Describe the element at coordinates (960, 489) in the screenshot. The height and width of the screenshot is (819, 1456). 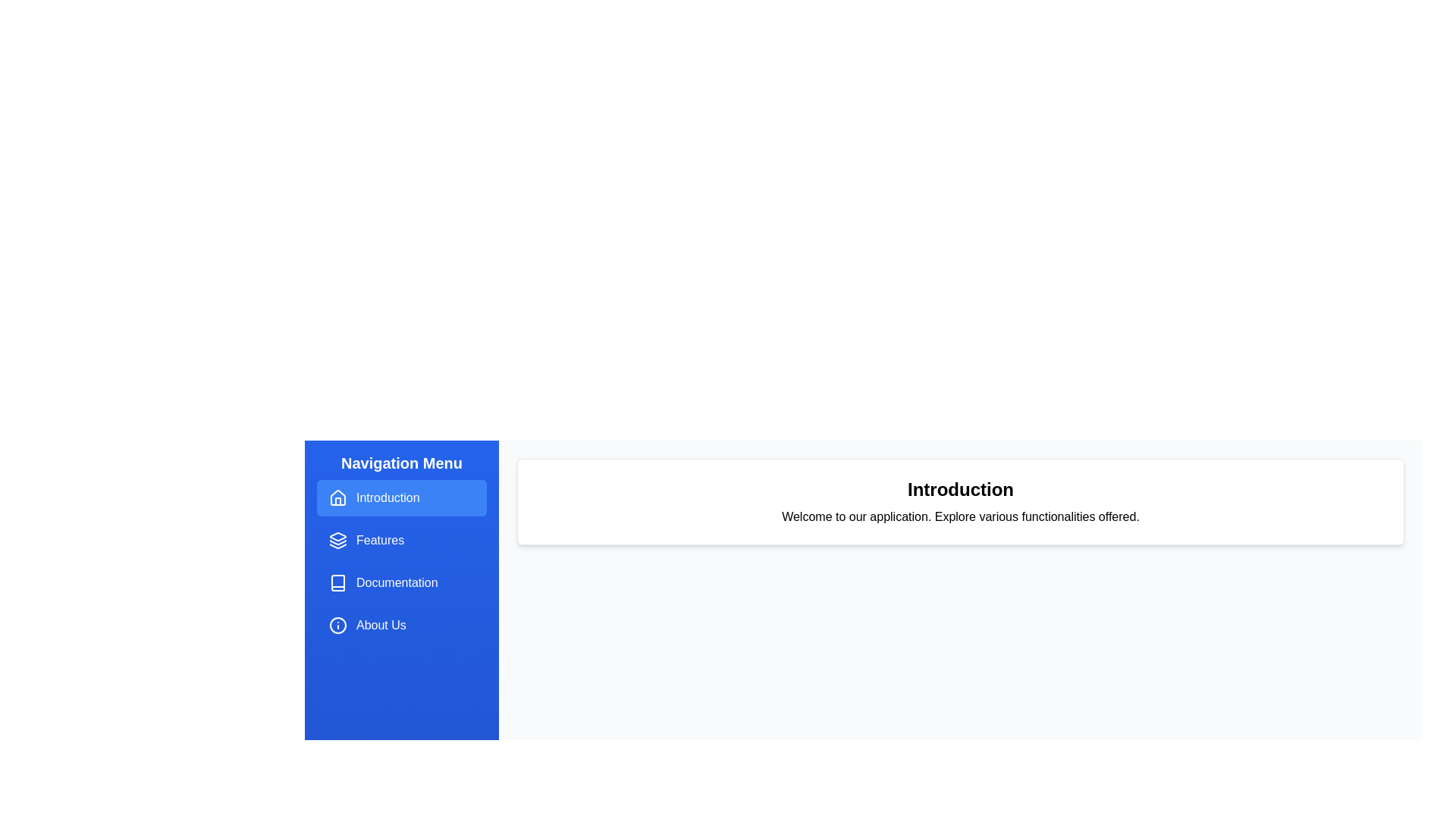
I see `the Text label that serves as a header or title for the section, providing an introductory heading for the content below, which is positioned at the top of a box and centered horizontally in the main content area` at that location.